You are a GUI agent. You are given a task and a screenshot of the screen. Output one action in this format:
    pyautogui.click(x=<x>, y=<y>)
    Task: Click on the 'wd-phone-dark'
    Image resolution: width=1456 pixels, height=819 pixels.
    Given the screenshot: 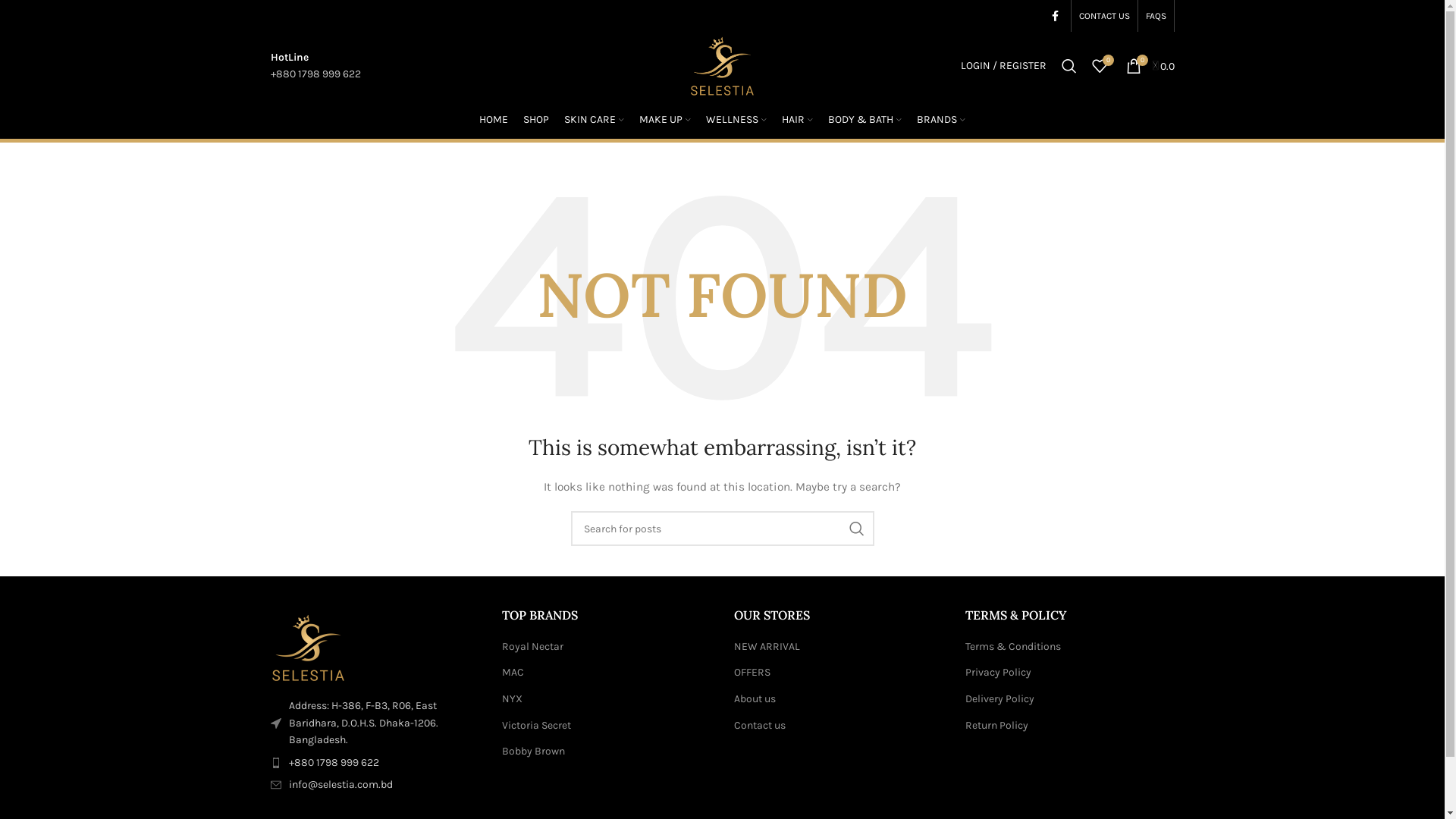 What is the action you would take?
    pyautogui.click(x=275, y=763)
    